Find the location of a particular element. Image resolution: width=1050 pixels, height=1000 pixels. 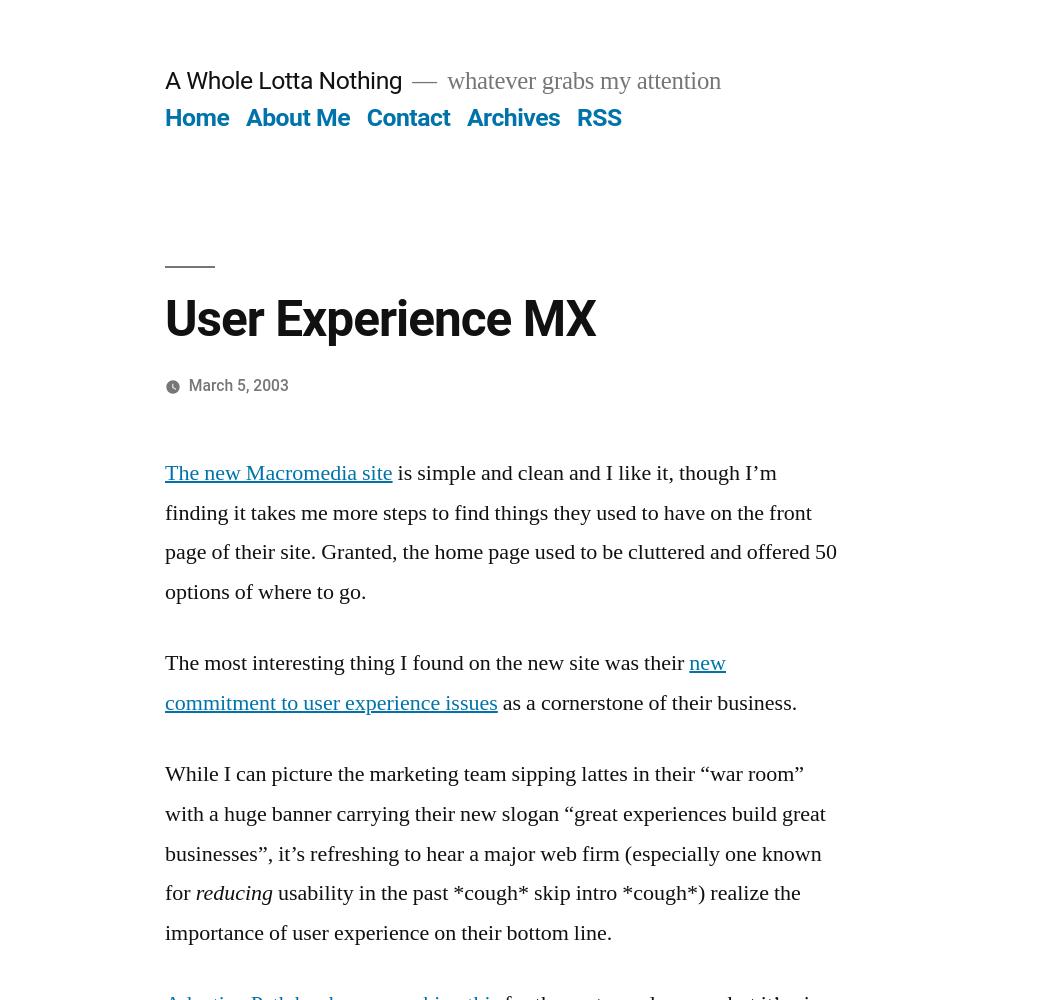

'While I can picture the marketing team sipping lattes in their “war room” with a huge banner carrying their new slogan “great experiences build great businesses”, it’s refreshing to hear a major web firm (especially one known for' is located at coordinates (164, 832).